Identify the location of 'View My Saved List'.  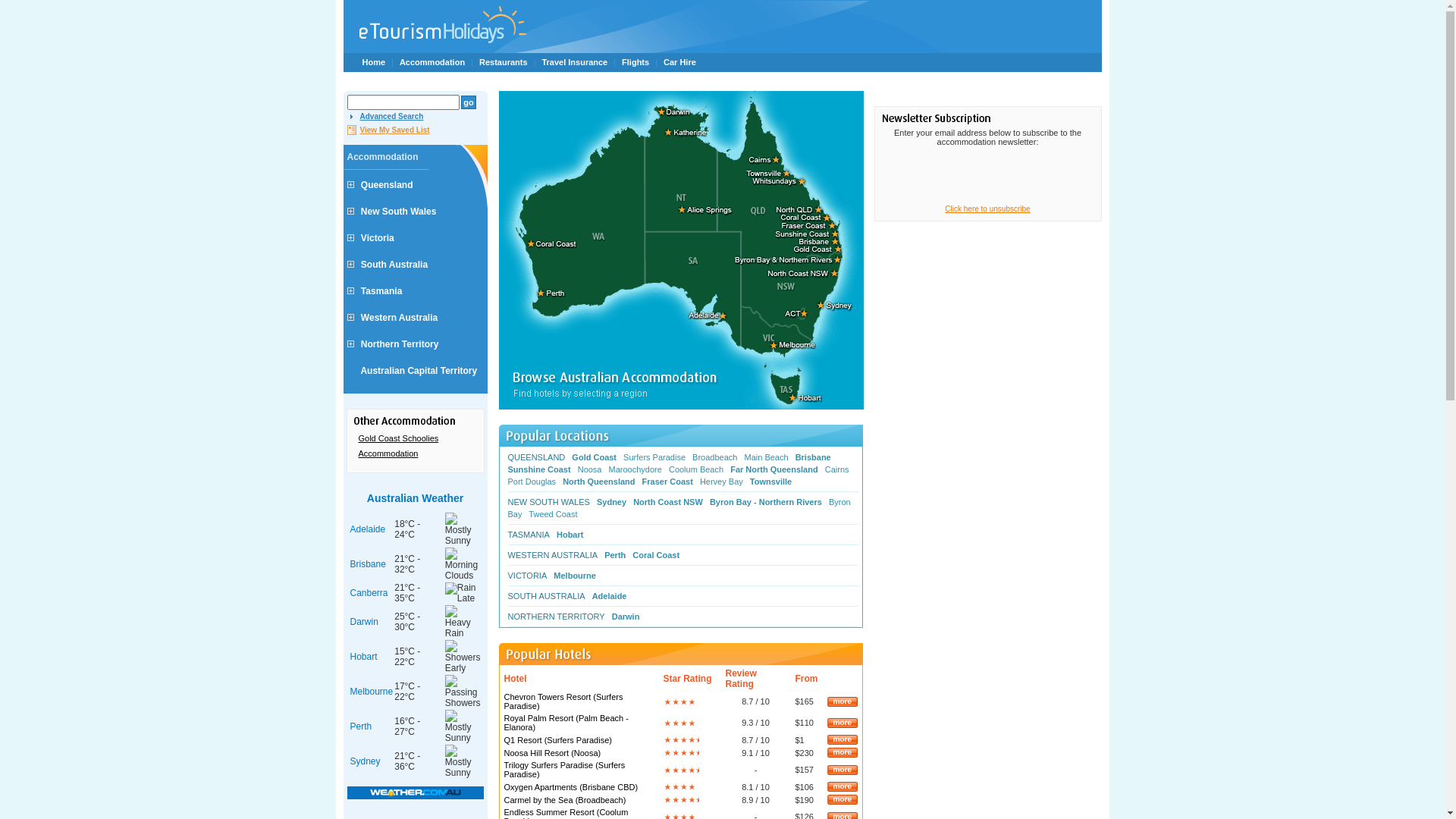
(346, 129).